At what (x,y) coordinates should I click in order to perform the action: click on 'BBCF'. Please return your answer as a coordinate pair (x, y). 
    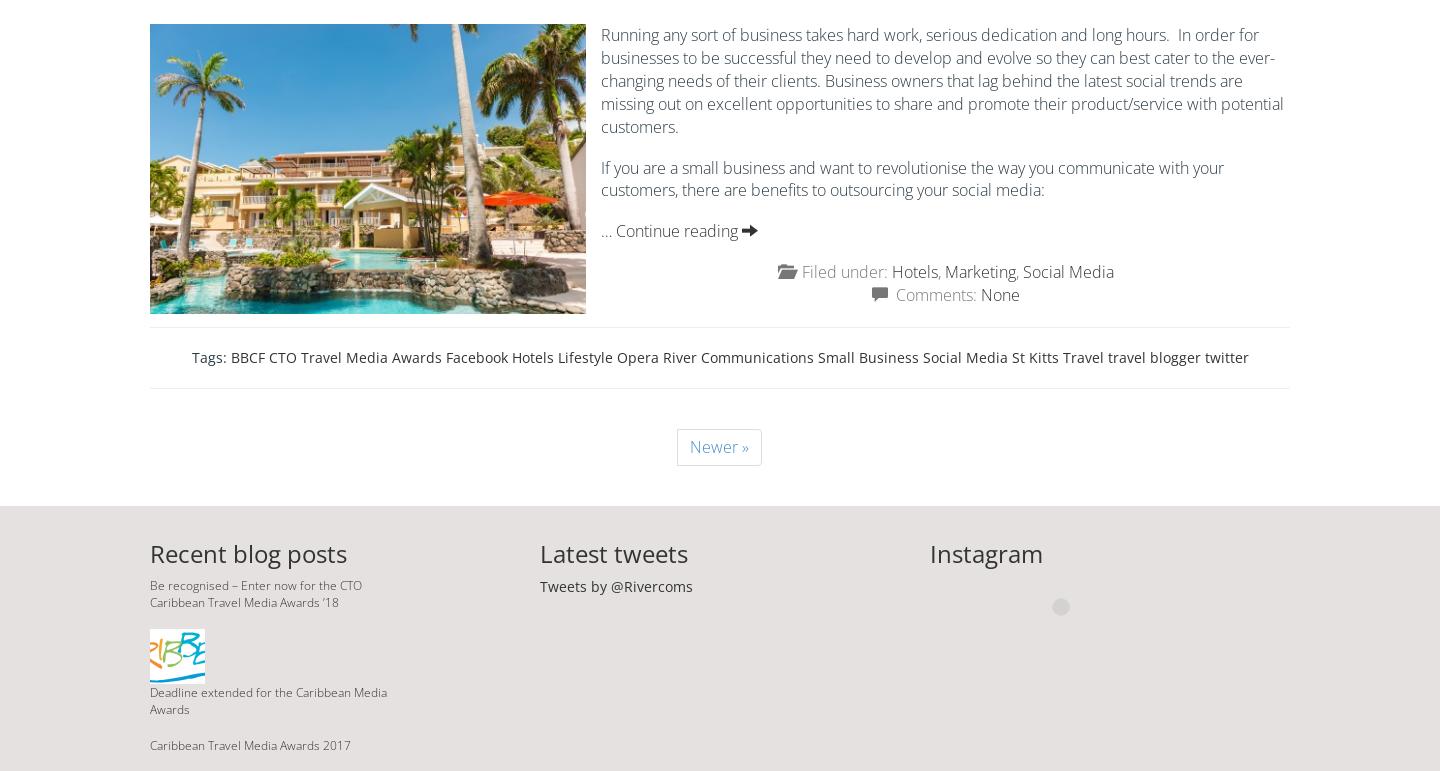
    Looking at the image, I should click on (245, 356).